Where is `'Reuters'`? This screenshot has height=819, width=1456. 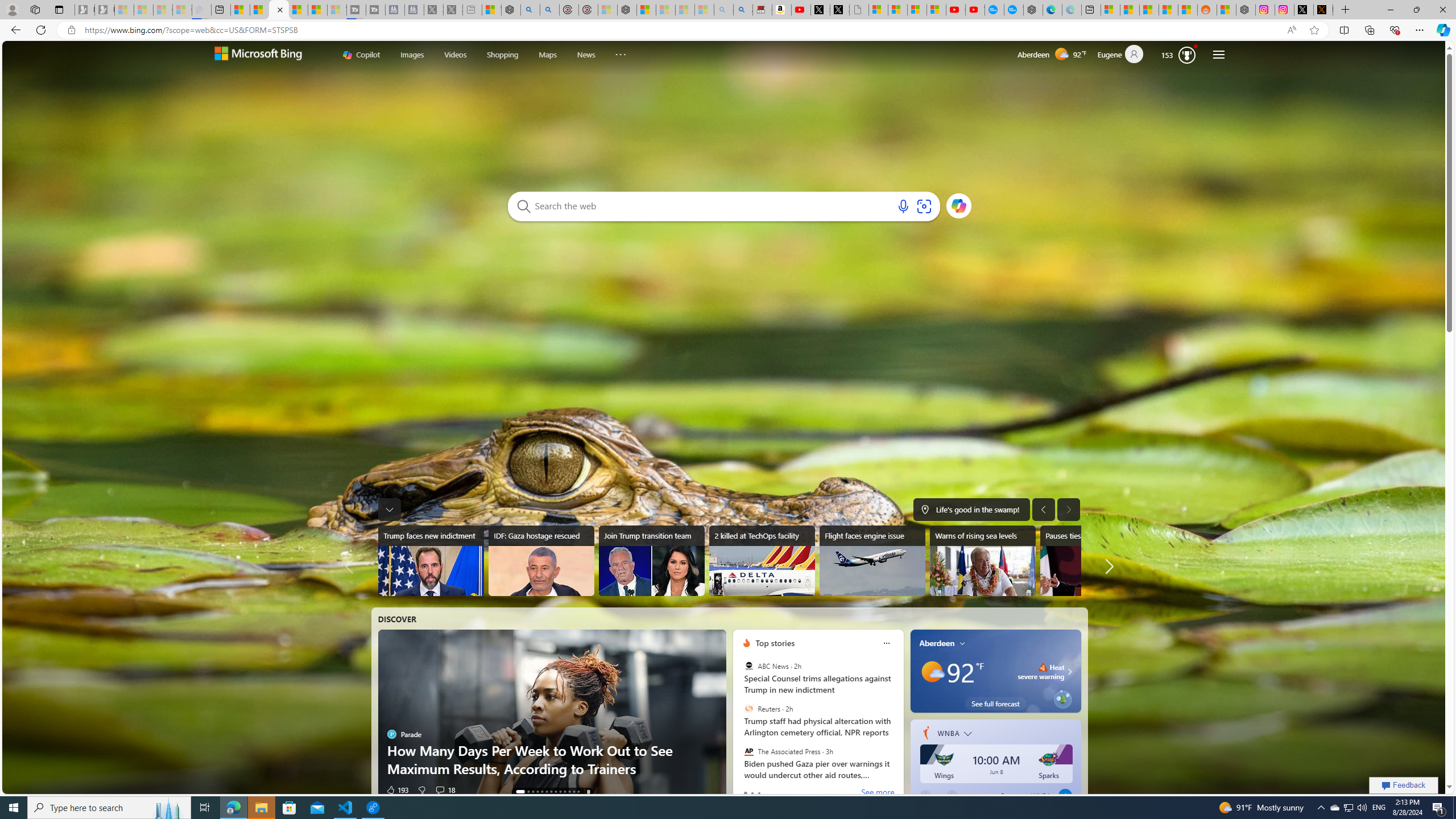 'Reuters' is located at coordinates (748, 709).